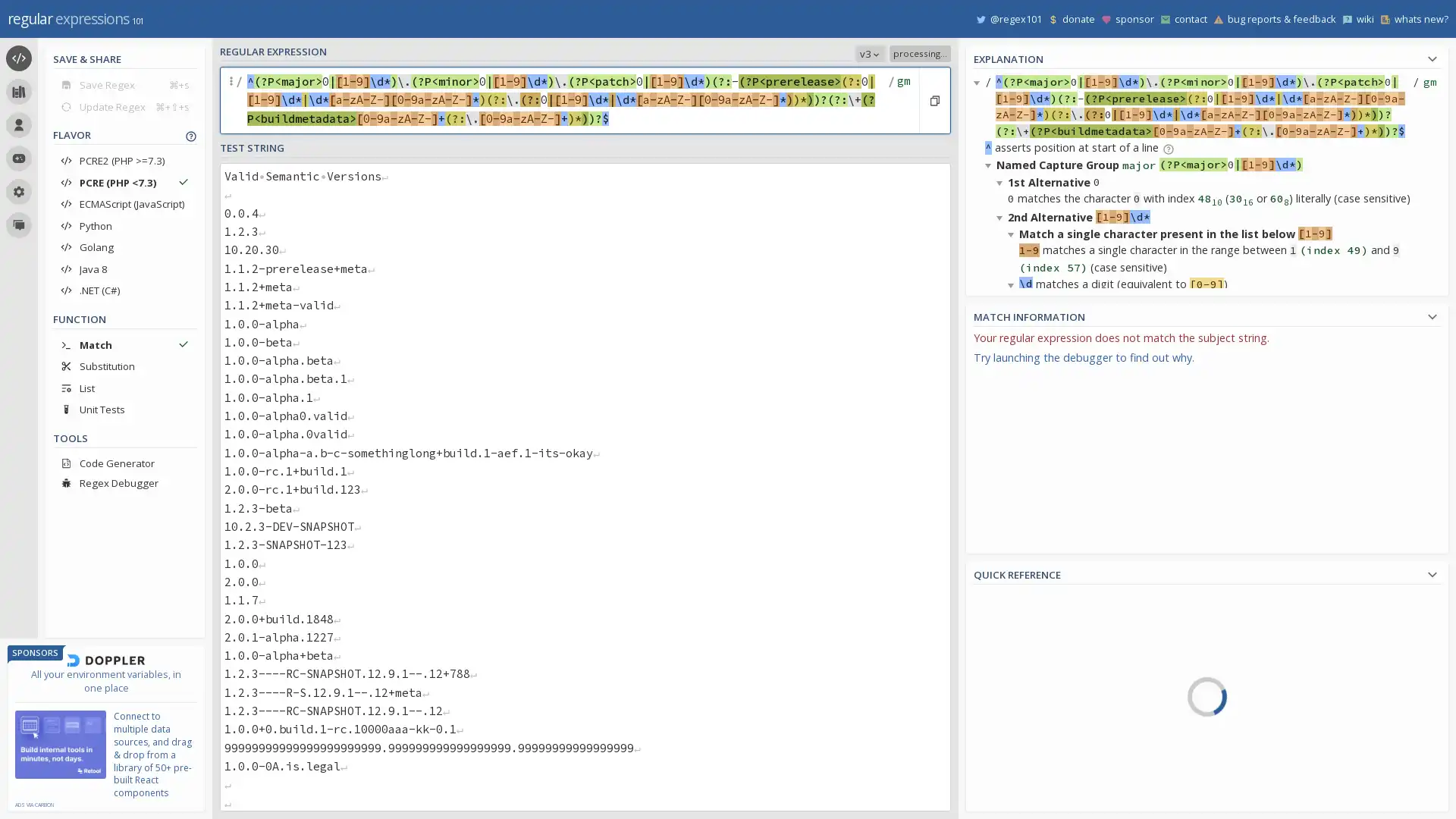 The image size is (1456, 819). What do you see at coordinates (990, 714) in the screenshot?
I see `Collapse Subtree` at bounding box center [990, 714].